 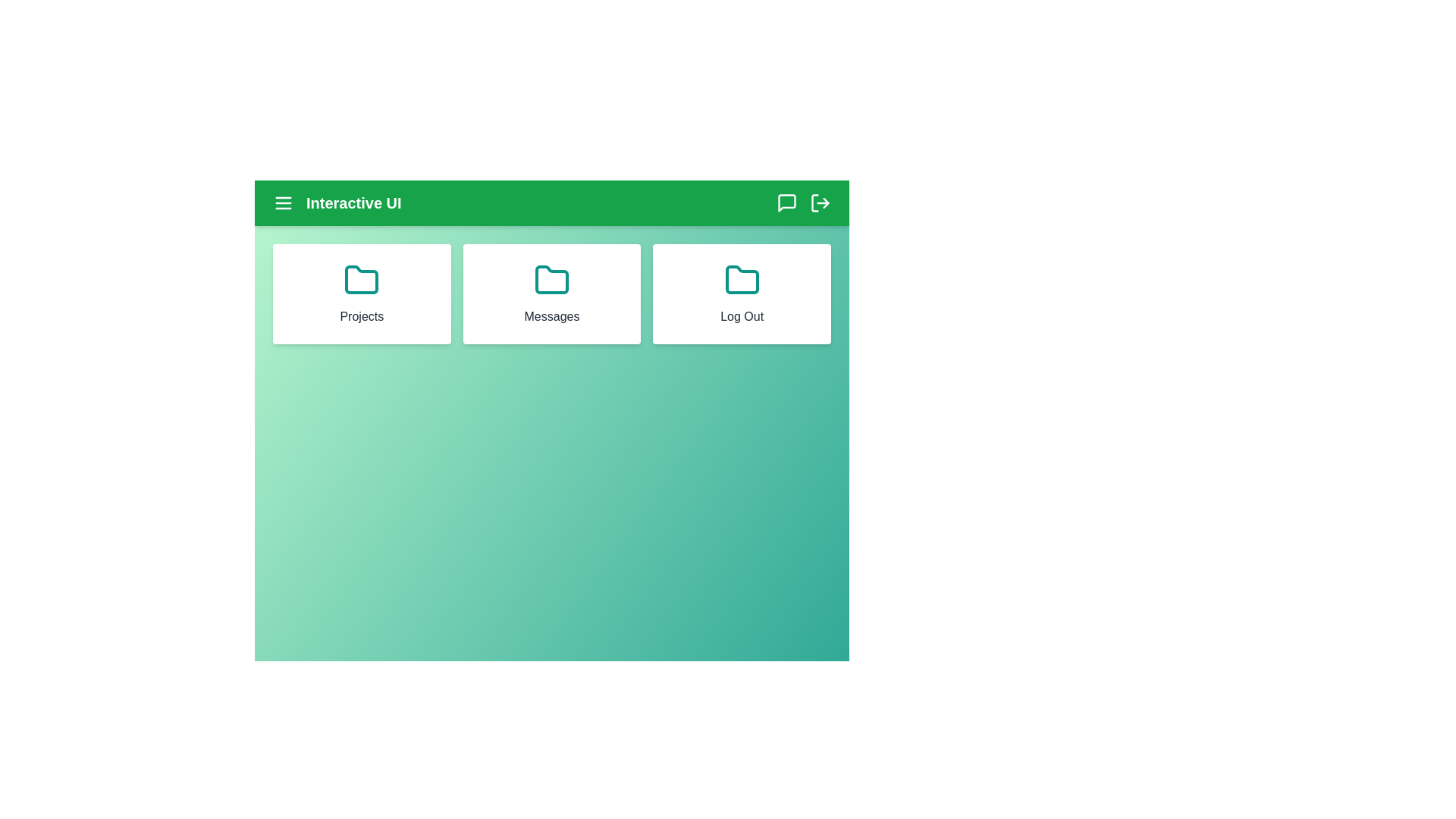 I want to click on the element corresponding to Messages, so click(x=551, y=294).